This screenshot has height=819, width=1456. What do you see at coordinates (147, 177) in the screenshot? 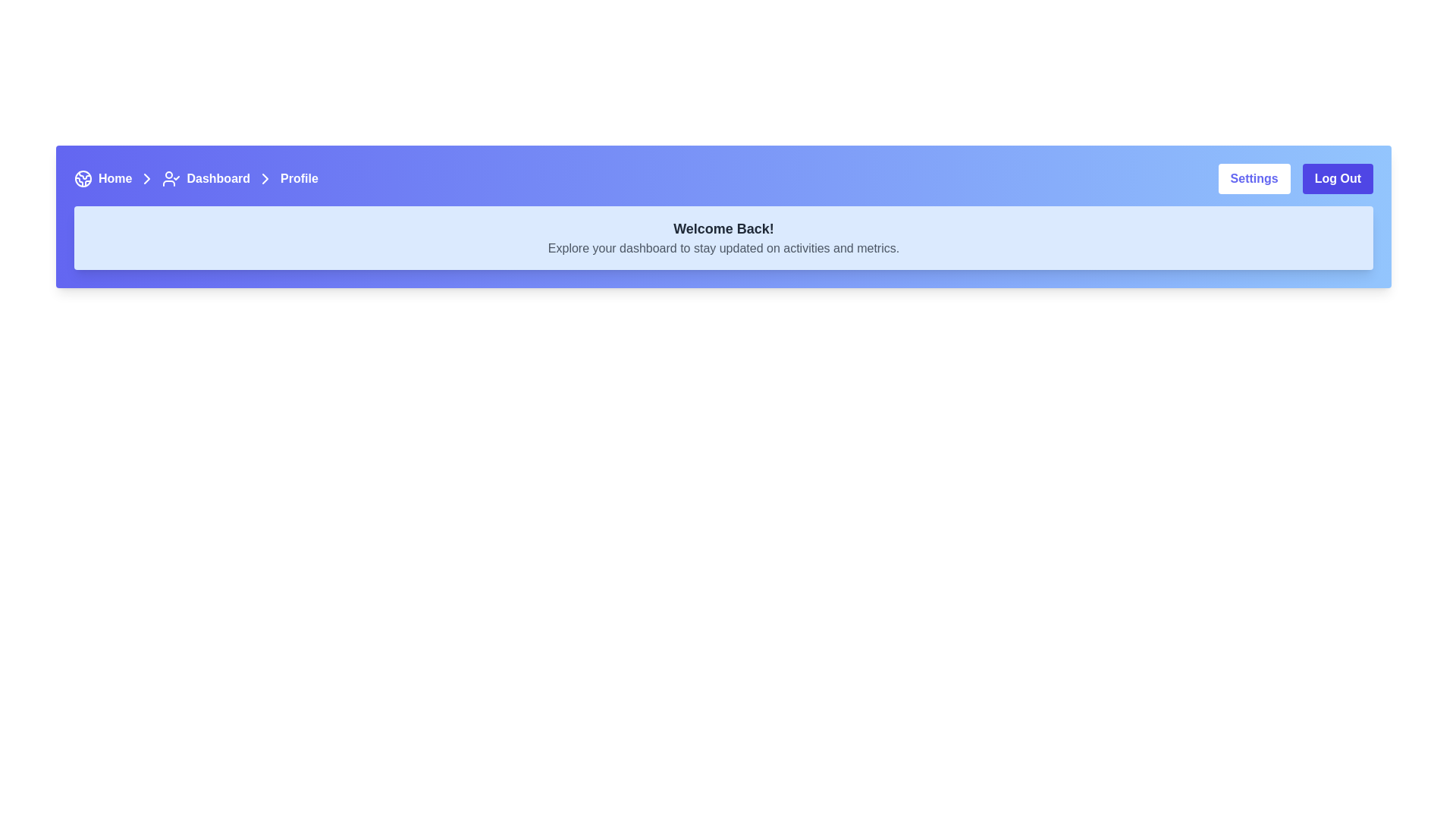
I see `the second Chevron Icon in the navigation bar, located to the right of the 'Dashboard' text and to the left of the 'Profile' text` at bounding box center [147, 177].